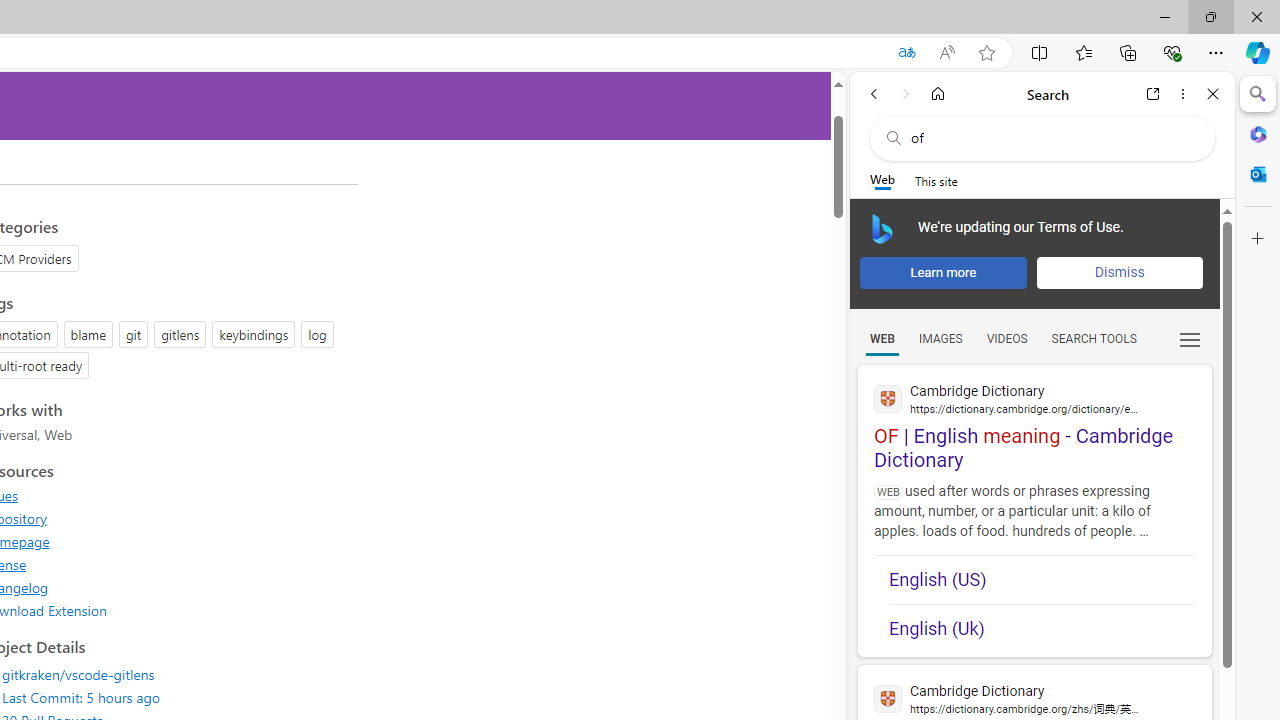 This screenshot has height=720, width=1280. I want to click on 'Search Filter, IMAGES', so click(939, 338).